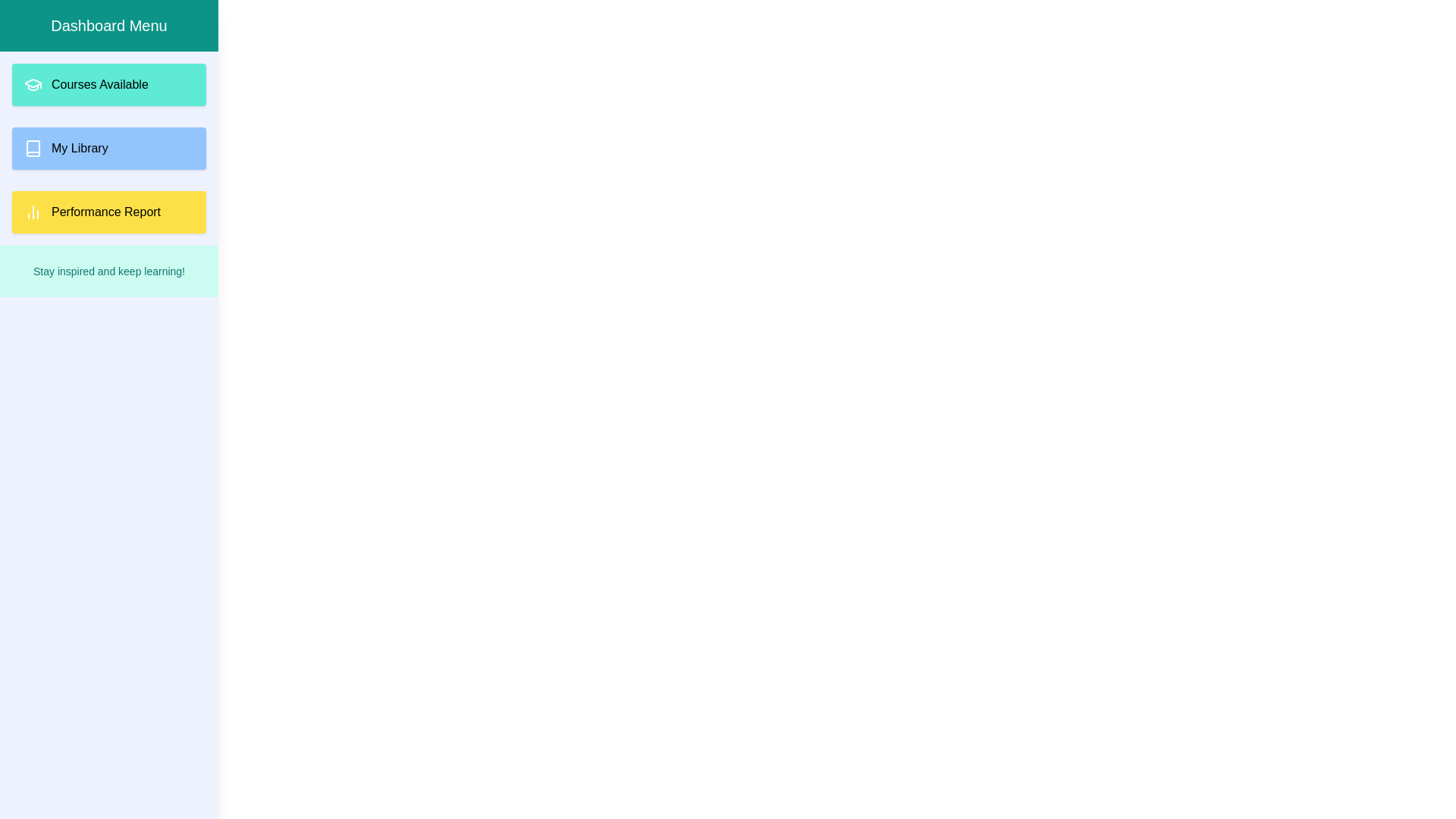 The width and height of the screenshot is (1456, 819). I want to click on toggle button located at the top-left corner to toggle the drawer's open/close state, so click(29, 29).